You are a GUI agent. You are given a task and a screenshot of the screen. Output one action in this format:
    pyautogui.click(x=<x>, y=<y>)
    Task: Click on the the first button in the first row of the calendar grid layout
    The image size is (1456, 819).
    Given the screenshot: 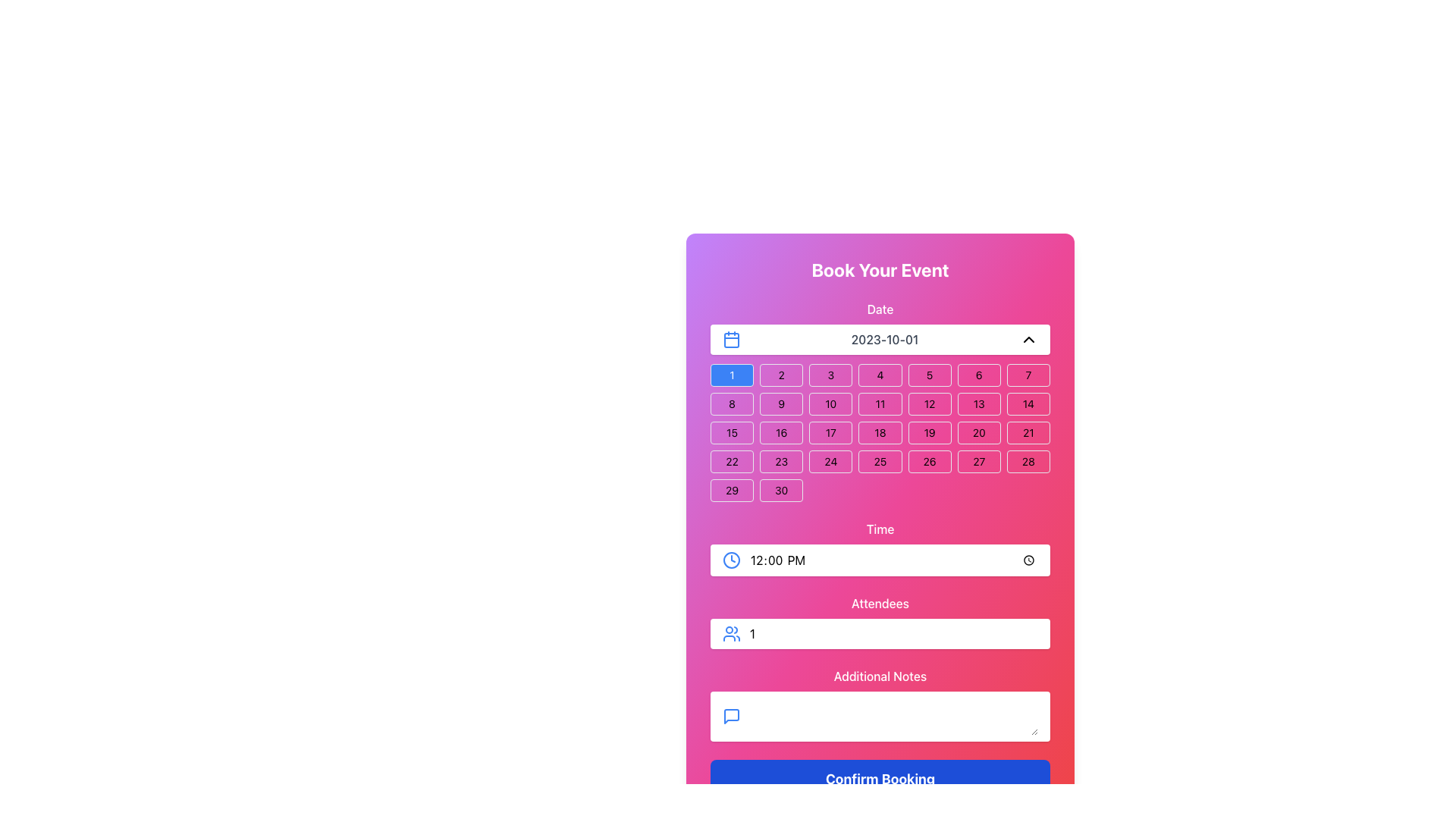 What is the action you would take?
    pyautogui.click(x=732, y=375)
    